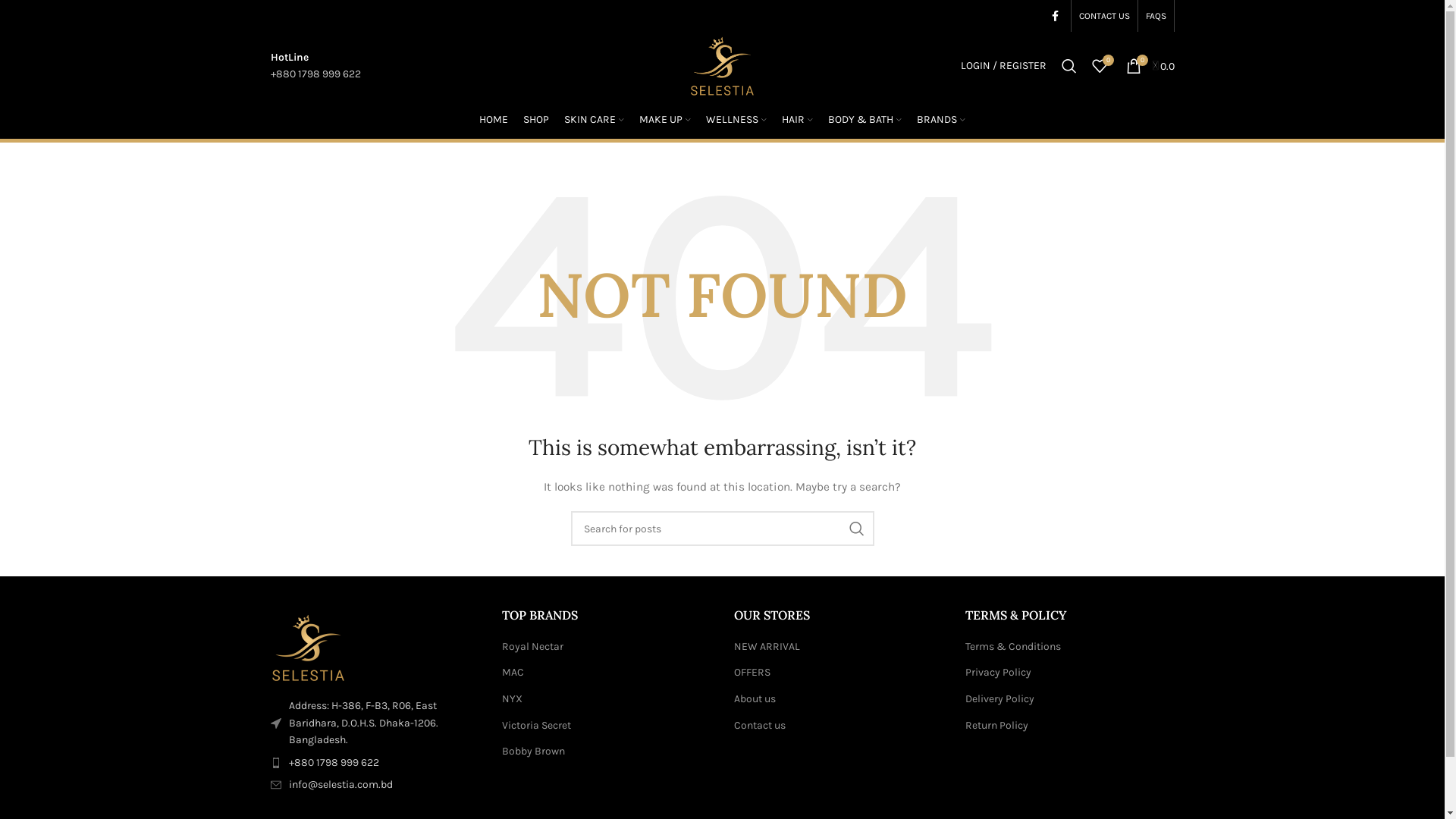  I want to click on 'wd-envelope-dark', so click(275, 784).